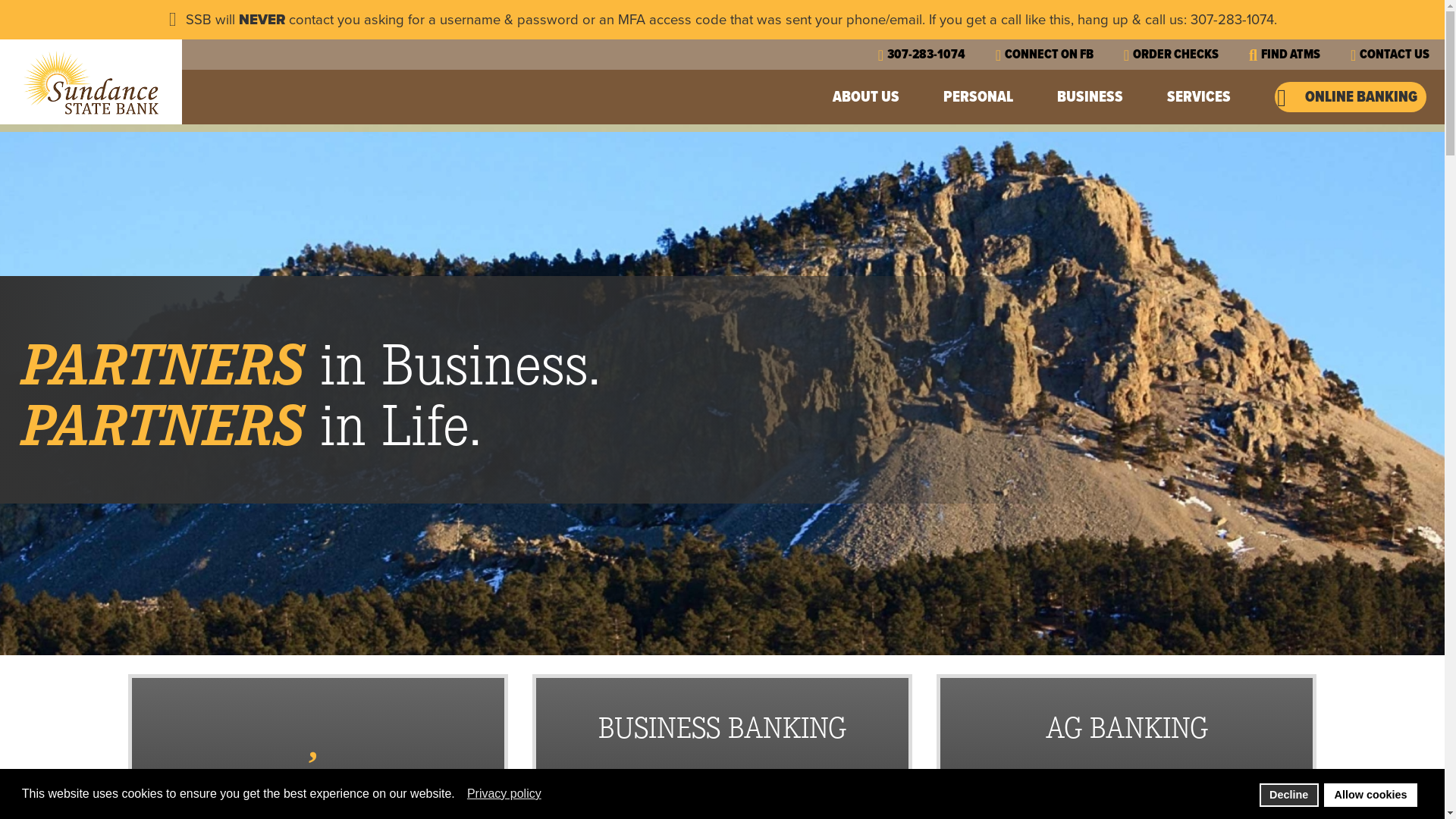 The height and width of the screenshot is (819, 1456). Describe the element at coordinates (980, 96) in the screenshot. I see `'PERSONAL'` at that location.